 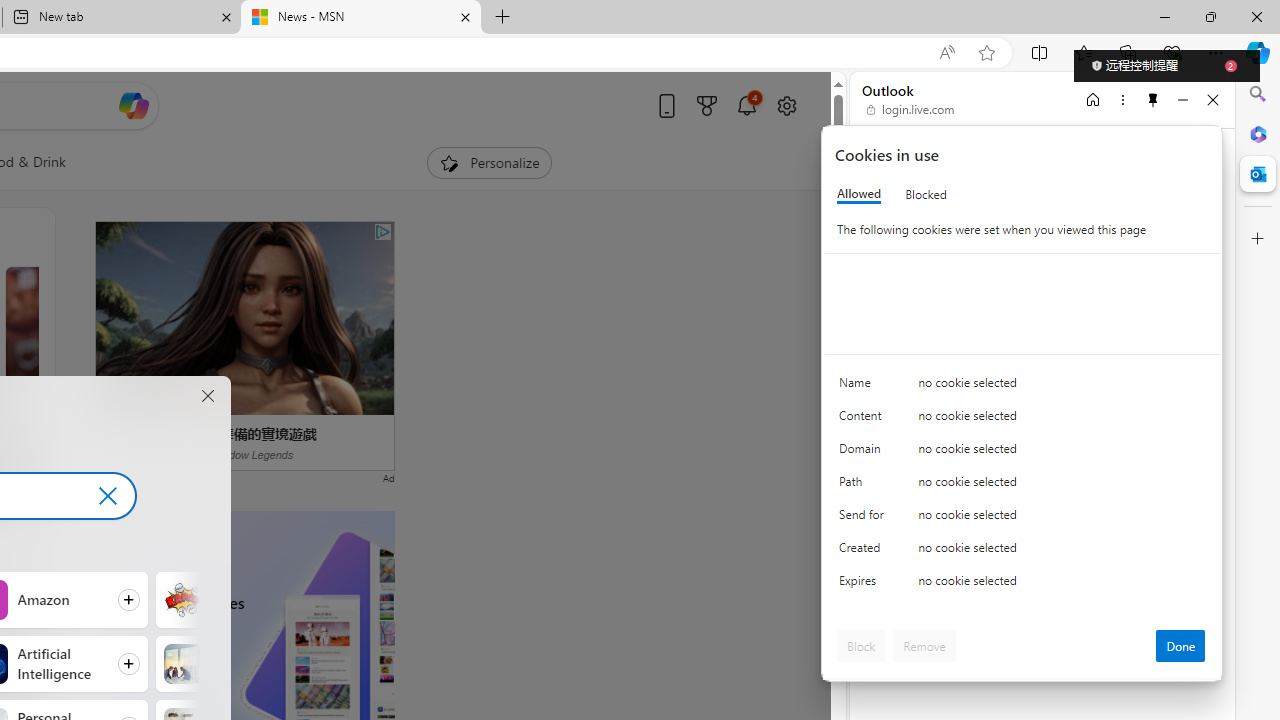 I want to click on 'News - MSN', so click(x=360, y=17).